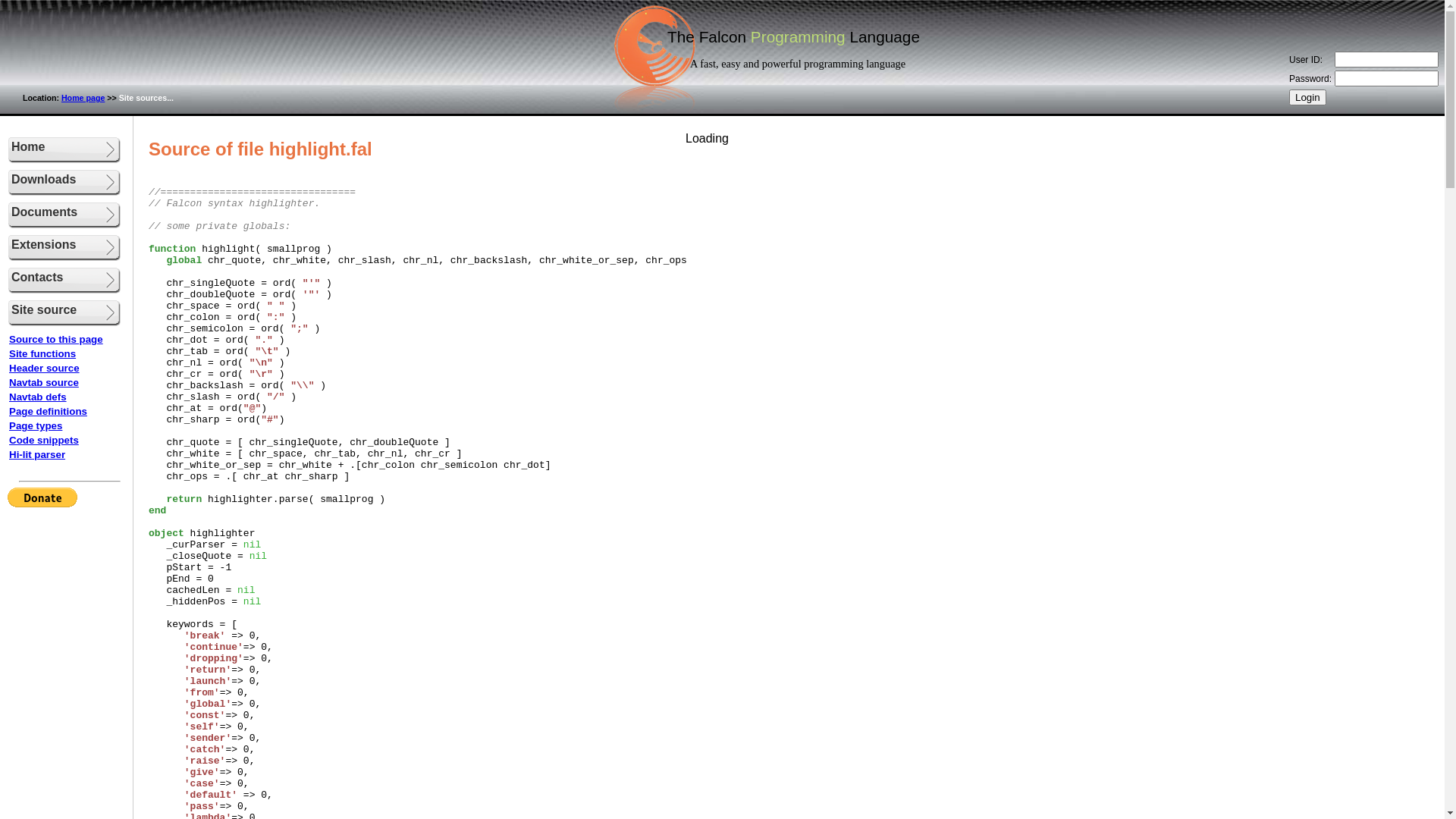 This screenshot has width=1456, height=819. What do you see at coordinates (82, 97) in the screenshot?
I see `'Home page'` at bounding box center [82, 97].